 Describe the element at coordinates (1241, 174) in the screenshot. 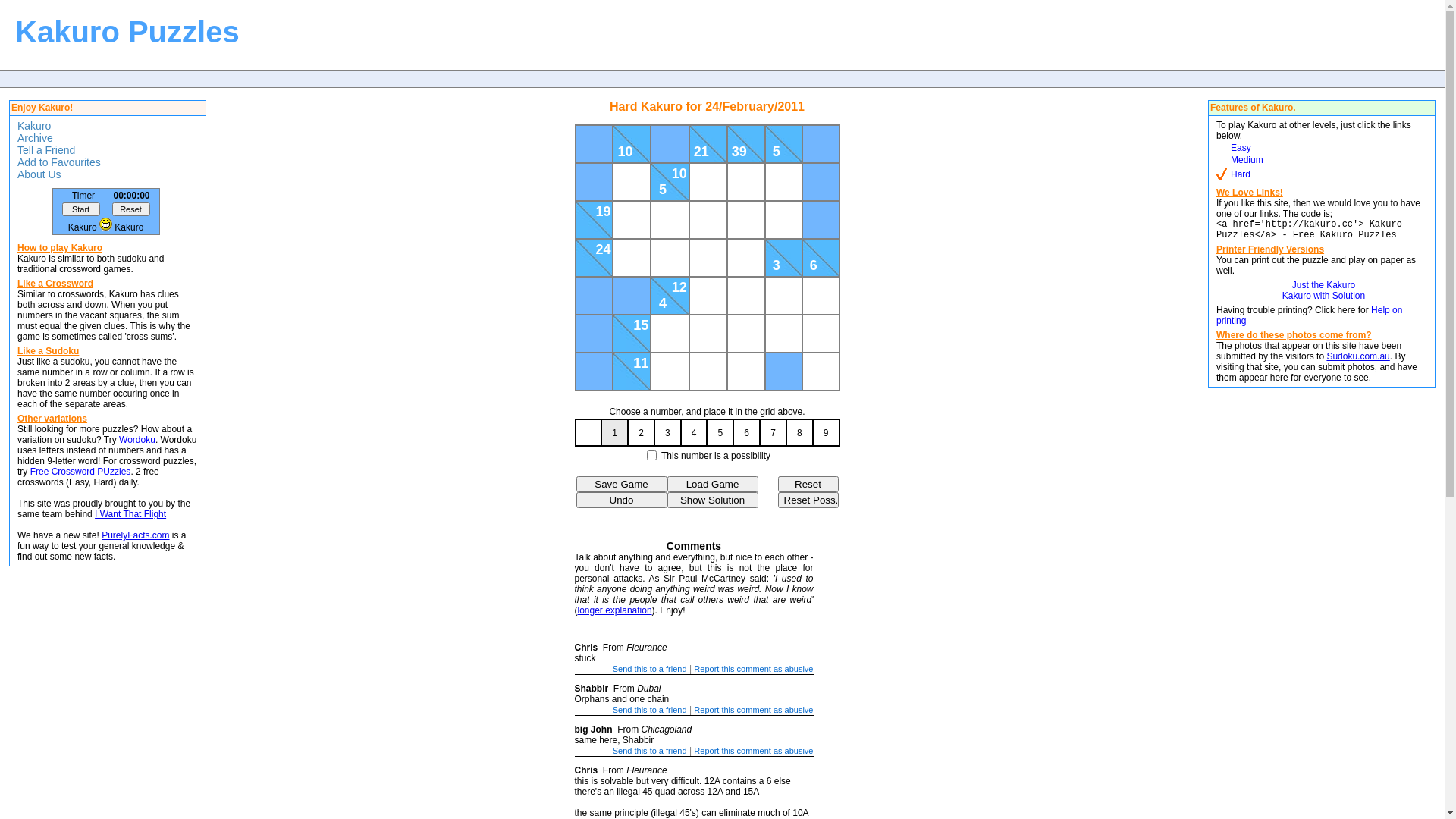

I see `'Hard'` at that location.